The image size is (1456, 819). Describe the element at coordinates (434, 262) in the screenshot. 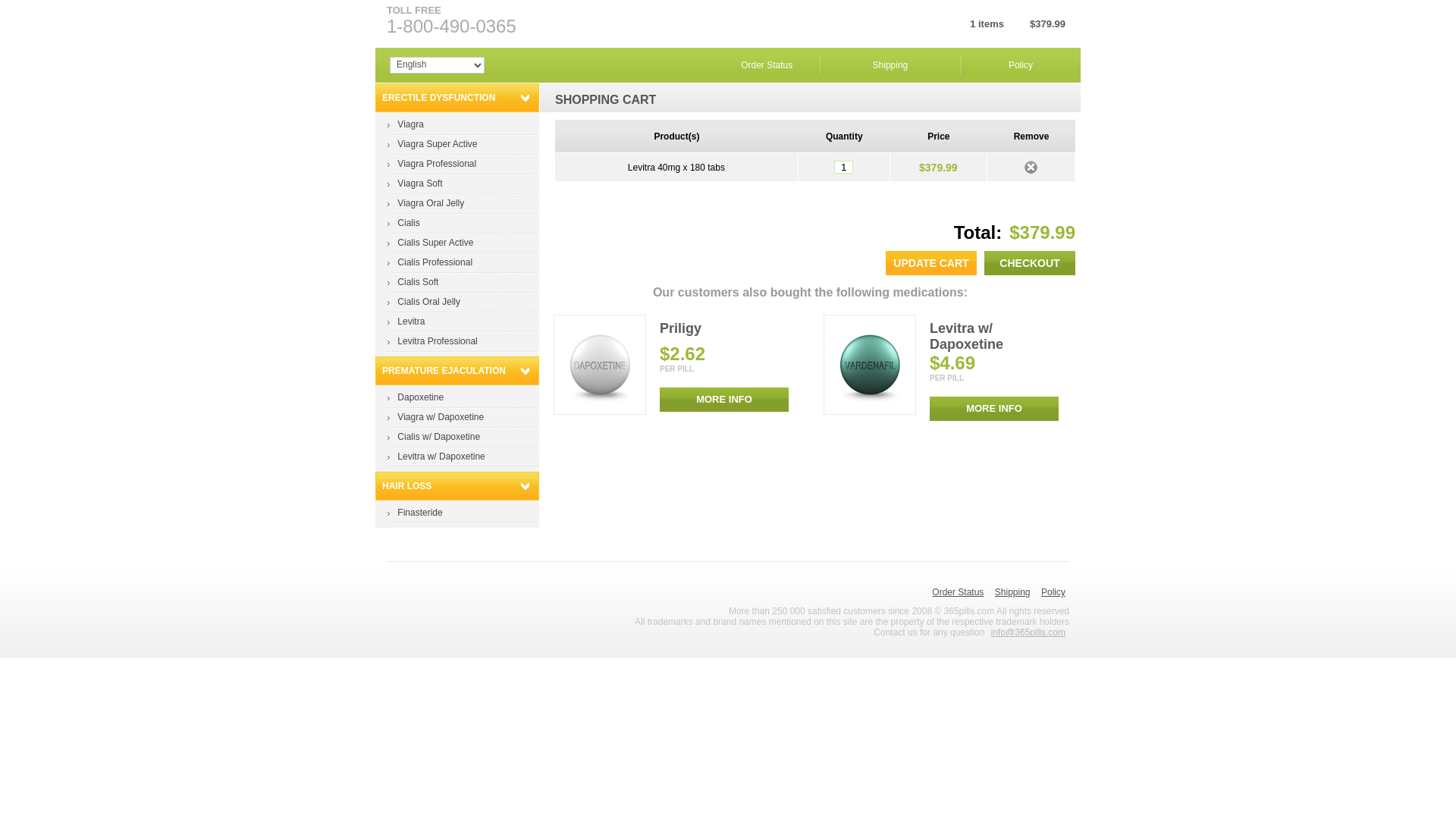

I see `'Cialis Professional'` at that location.